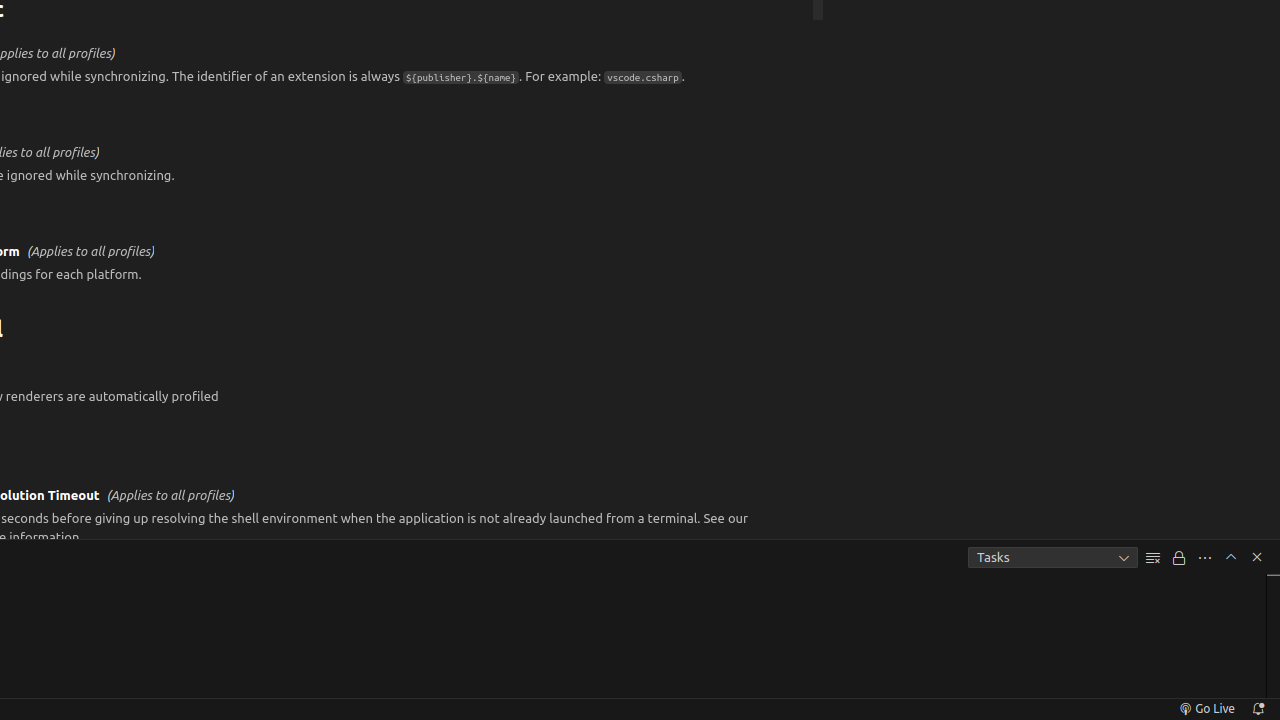  What do you see at coordinates (1256, 707) in the screenshot?
I see `'Notifications'` at bounding box center [1256, 707].